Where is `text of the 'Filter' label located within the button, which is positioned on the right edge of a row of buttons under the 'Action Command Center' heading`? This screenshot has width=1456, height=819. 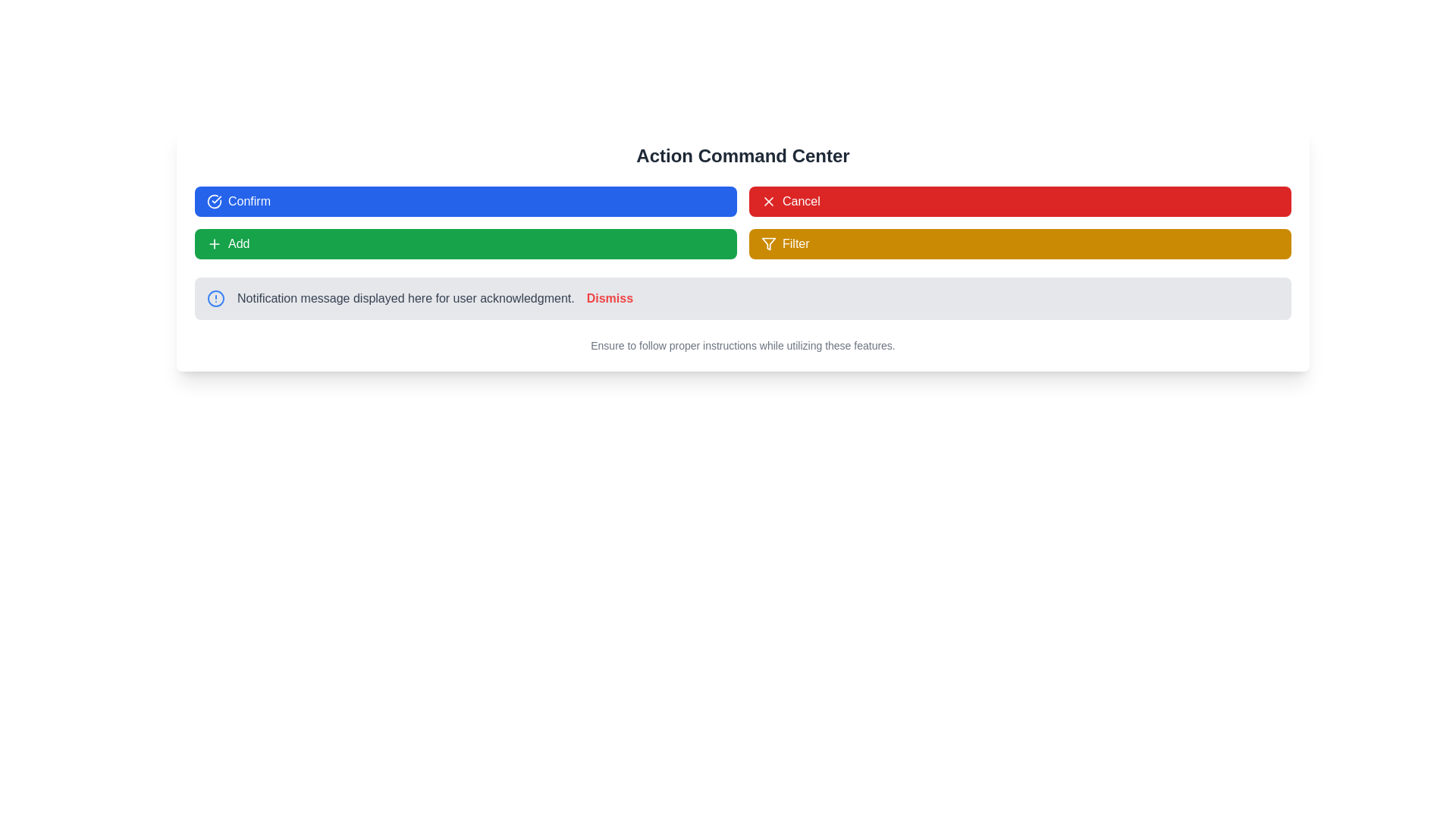
text of the 'Filter' label located within the button, which is positioned on the right edge of a row of buttons under the 'Action Command Center' heading is located at coordinates (795, 243).